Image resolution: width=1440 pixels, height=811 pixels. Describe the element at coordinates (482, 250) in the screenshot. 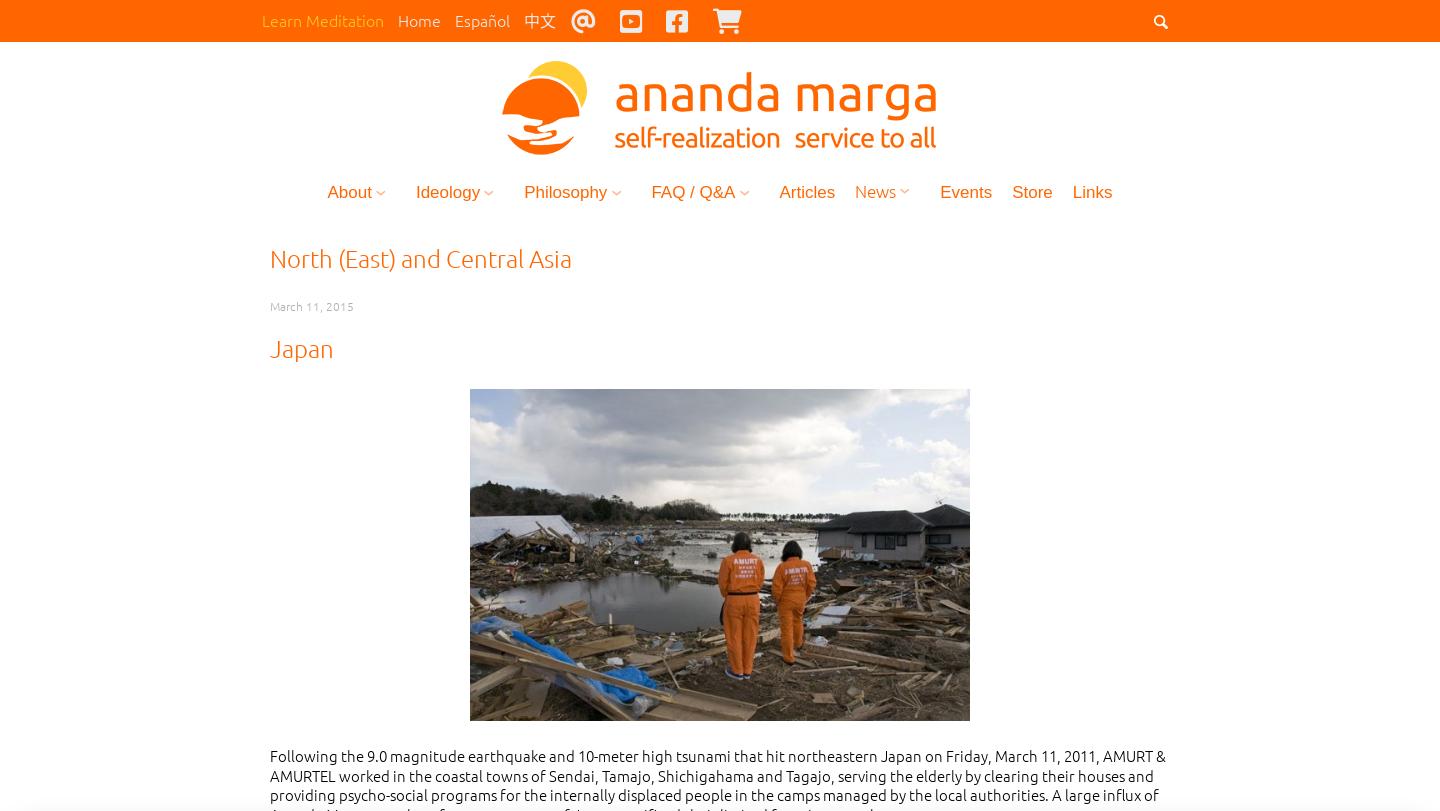

I see `'Self-Realization'` at that location.